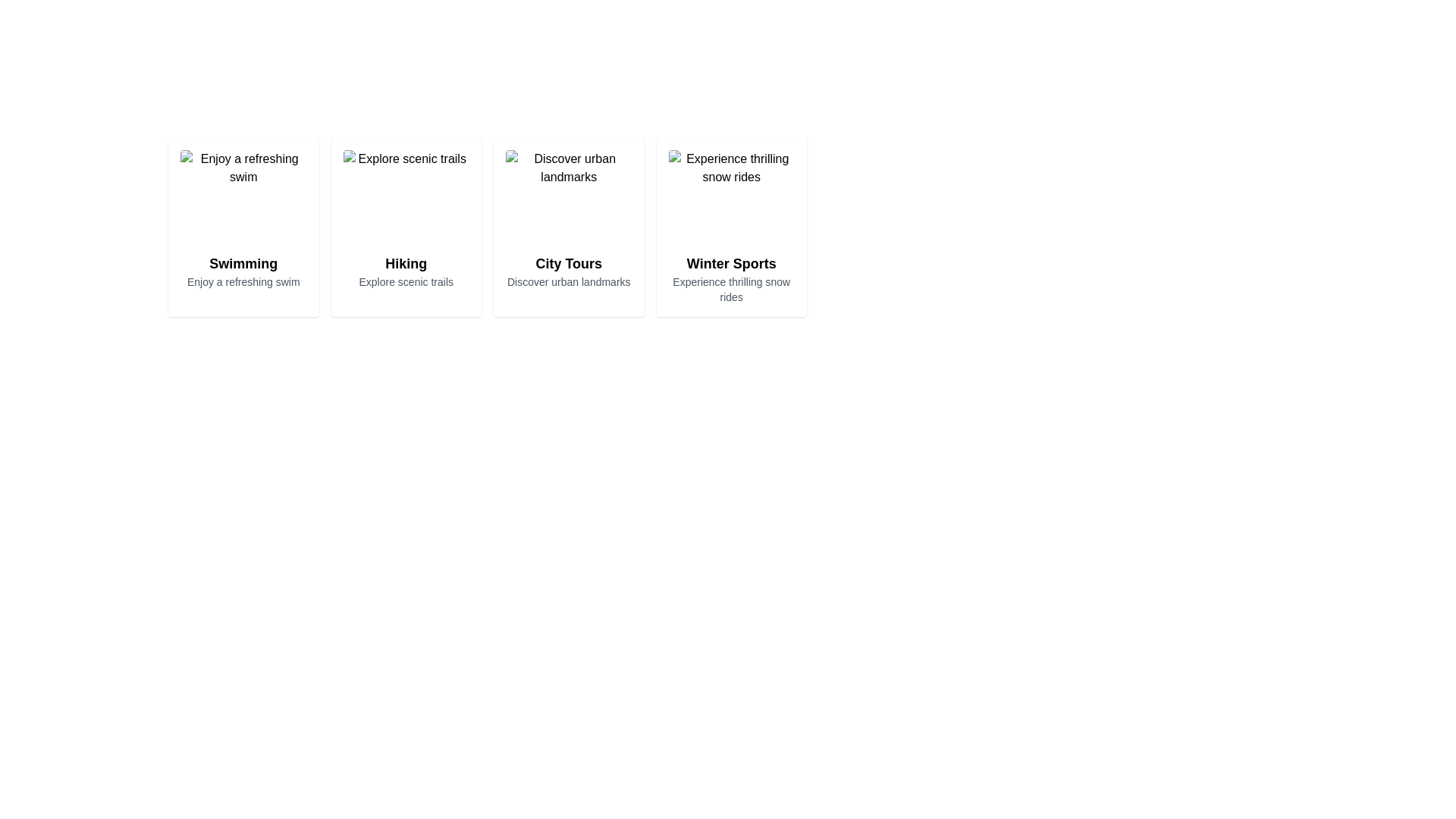 The height and width of the screenshot is (819, 1456). What do you see at coordinates (731, 289) in the screenshot?
I see `the smaller, gray text label beneath the 'Winter Sports' title in the fourth card of a horizontal card layout` at bounding box center [731, 289].